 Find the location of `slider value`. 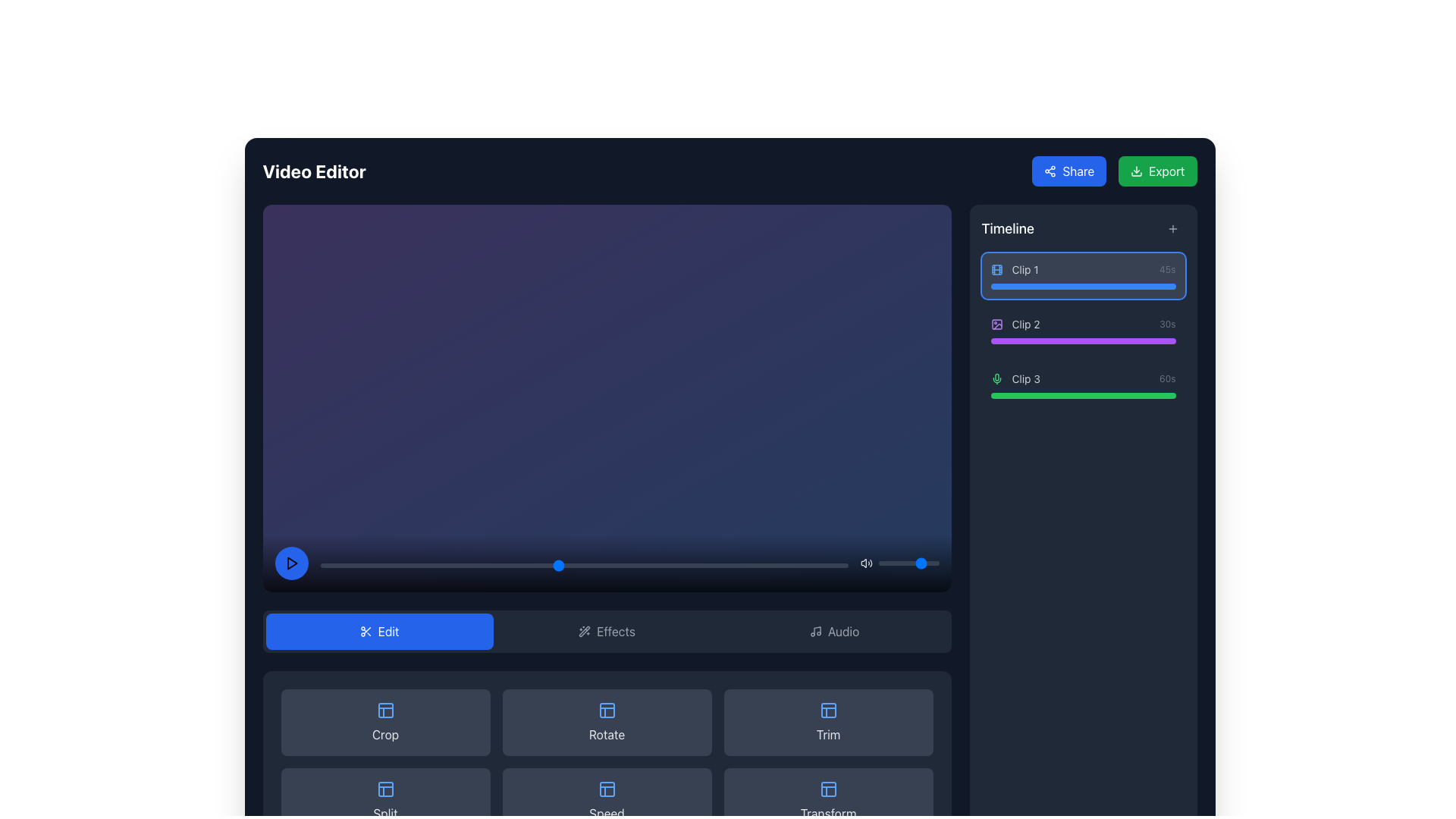

slider value is located at coordinates (769, 564).